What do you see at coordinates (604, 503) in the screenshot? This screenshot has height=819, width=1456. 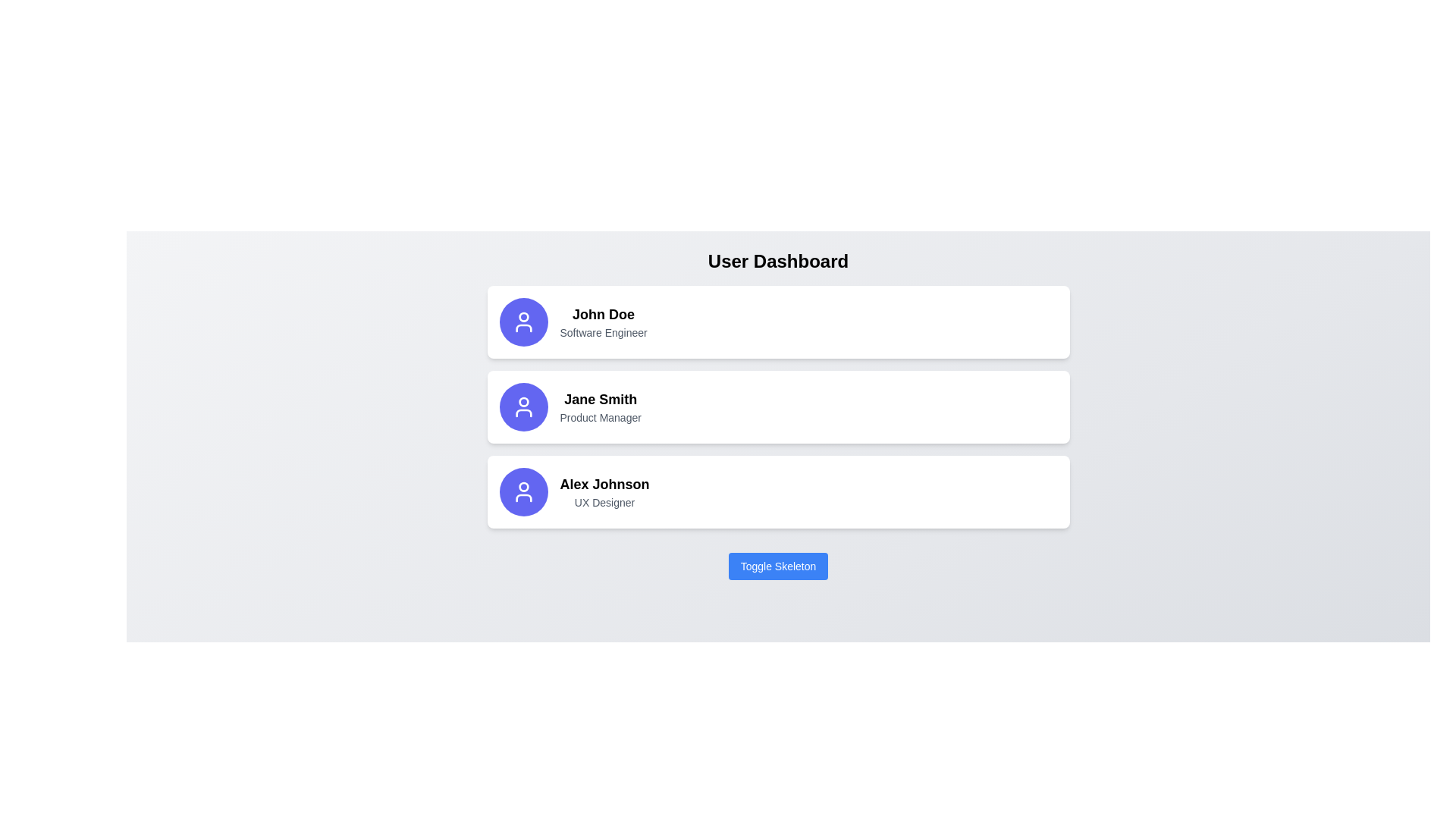 I see `on the text label displaying 'UX Designer', which is positioned below 'Alex Johnson' in the user card on the dashboard` at bounding box center [604, 503].